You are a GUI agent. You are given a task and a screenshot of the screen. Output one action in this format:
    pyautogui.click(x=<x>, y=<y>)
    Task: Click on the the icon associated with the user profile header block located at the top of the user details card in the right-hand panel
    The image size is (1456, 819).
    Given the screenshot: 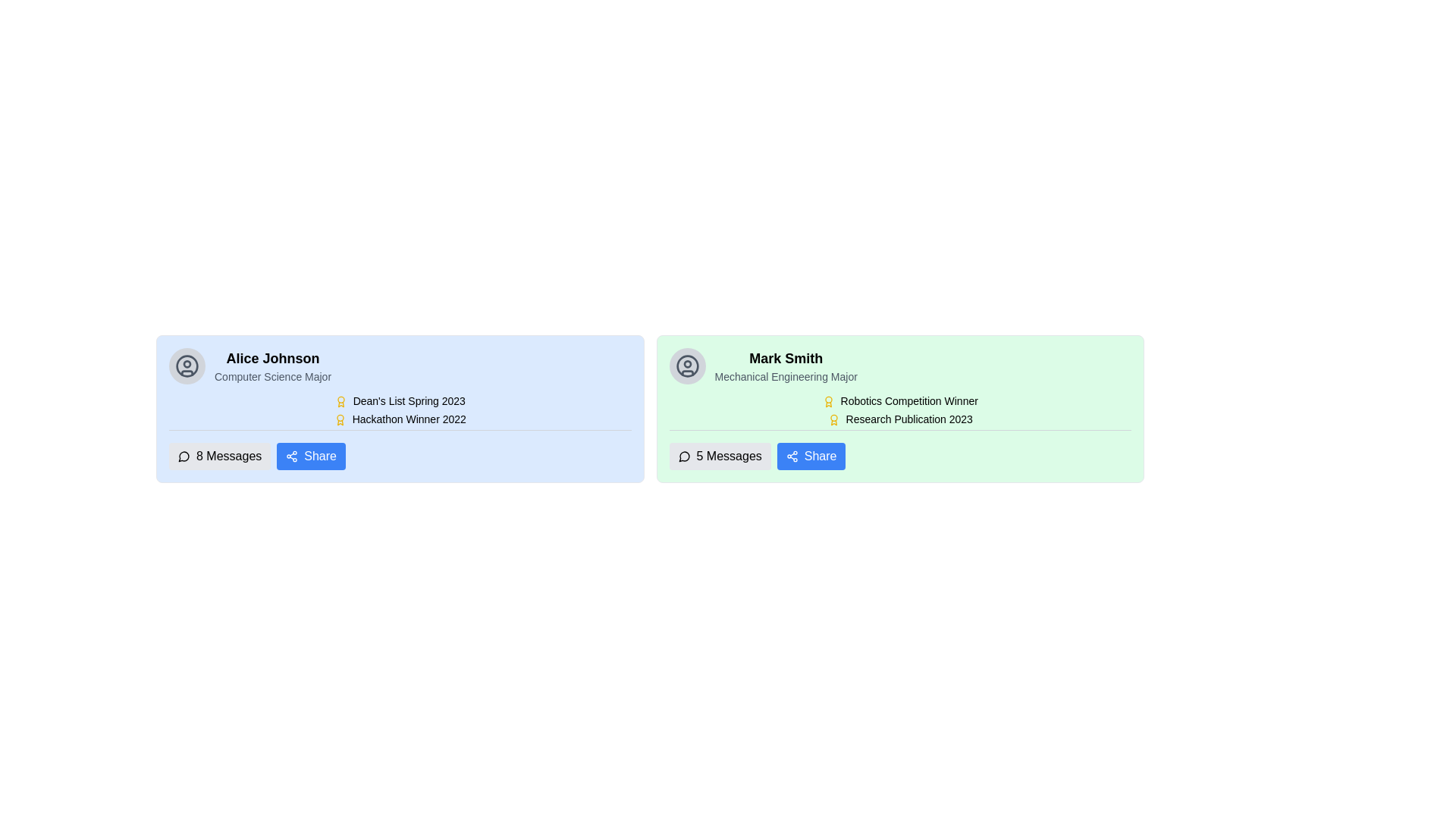 What is the action you would take?
    pyautogui.click(x=900, y=366)
    